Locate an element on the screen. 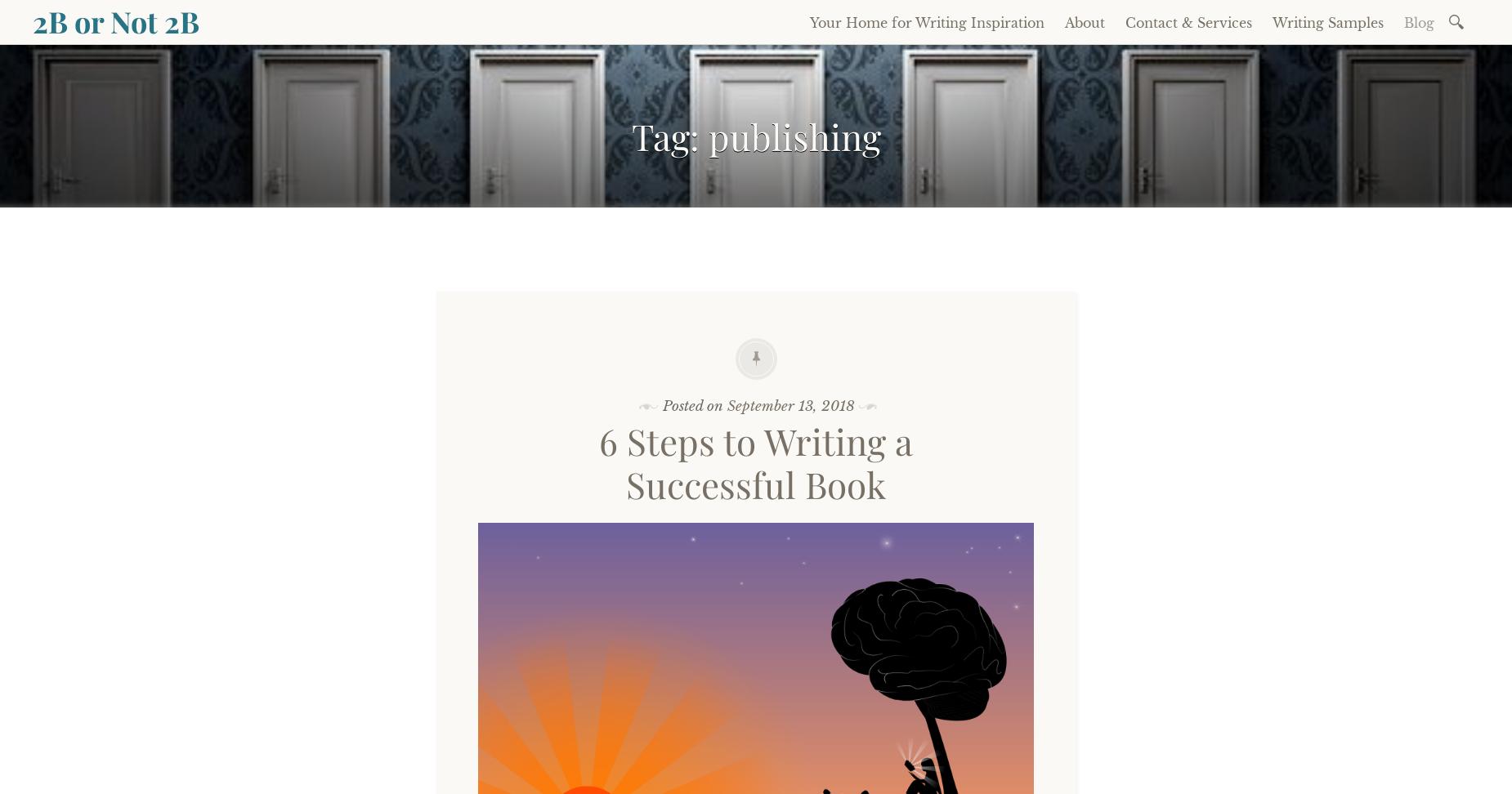 The height and width of the screenshot is (794, 1512). 'publishing' is located at coordinates (793, 135).